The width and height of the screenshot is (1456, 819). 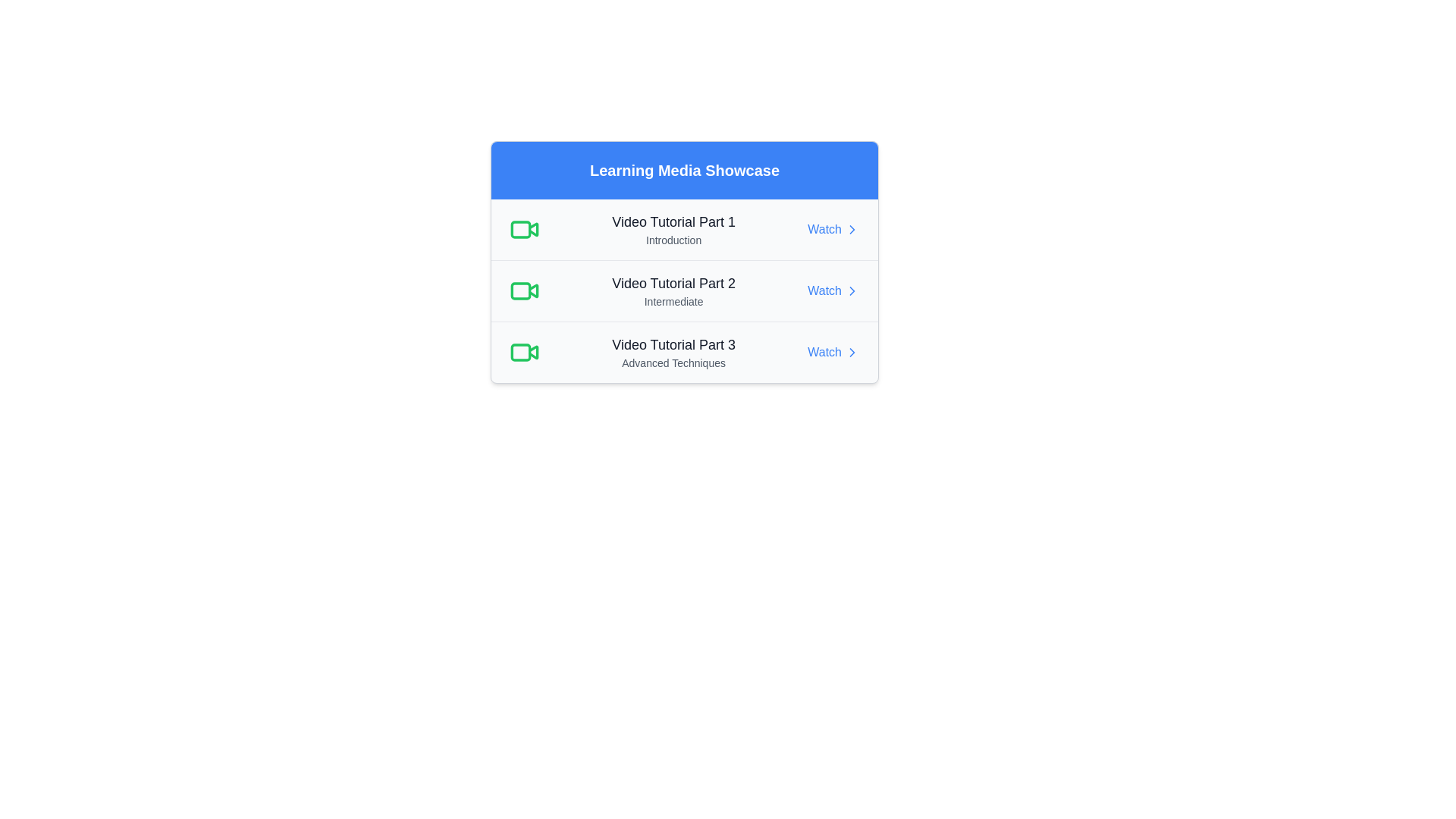 I want to click on the Text block titled 'Video Tutorial Part 2' with the subtitle 'Intermediate', so click(x=673, y=291).